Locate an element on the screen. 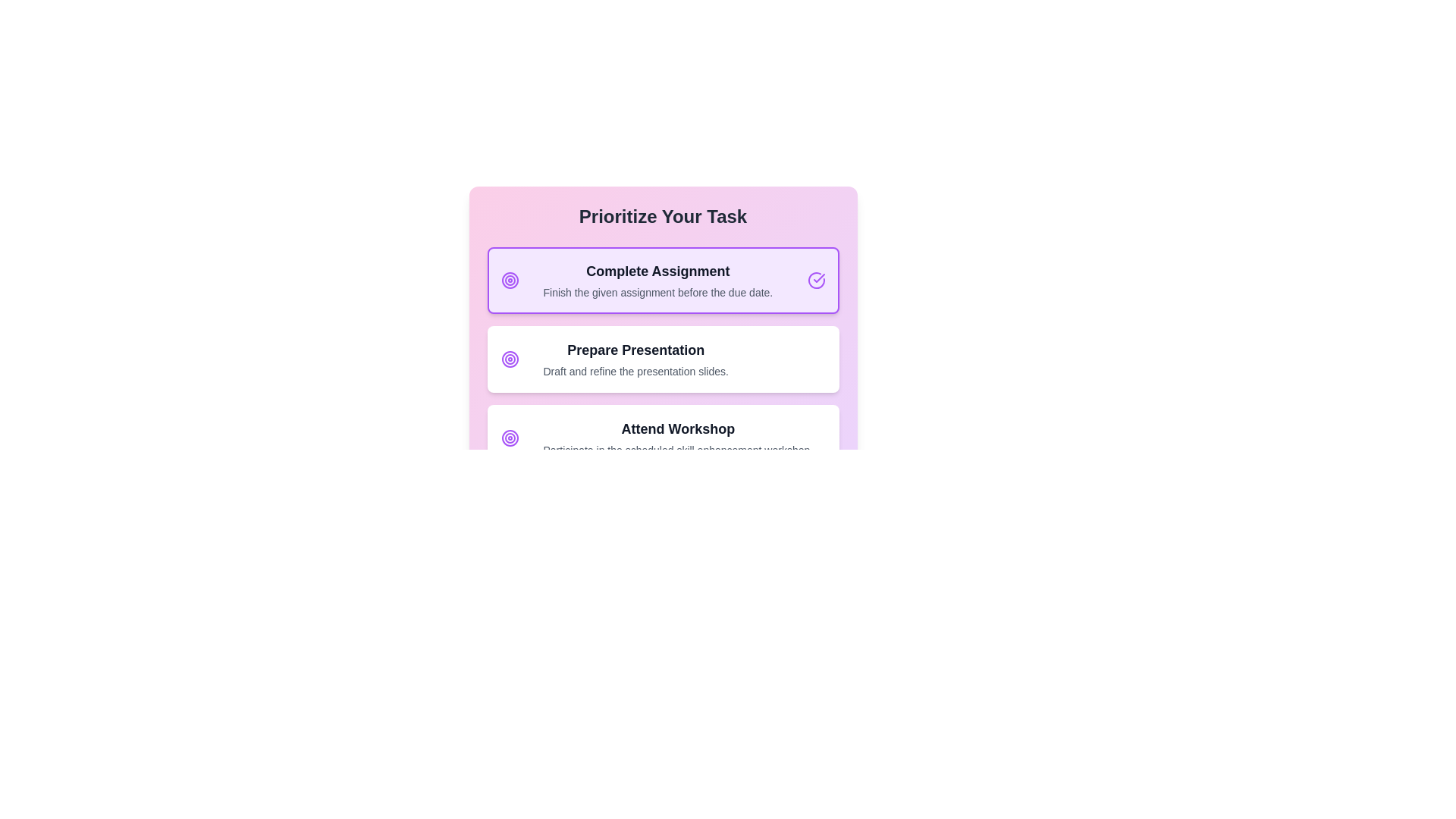 The image size is (1456, 819). the icon in the upper-right corner of the 'Complete Assignment' card is located at coordinates (818, 278).